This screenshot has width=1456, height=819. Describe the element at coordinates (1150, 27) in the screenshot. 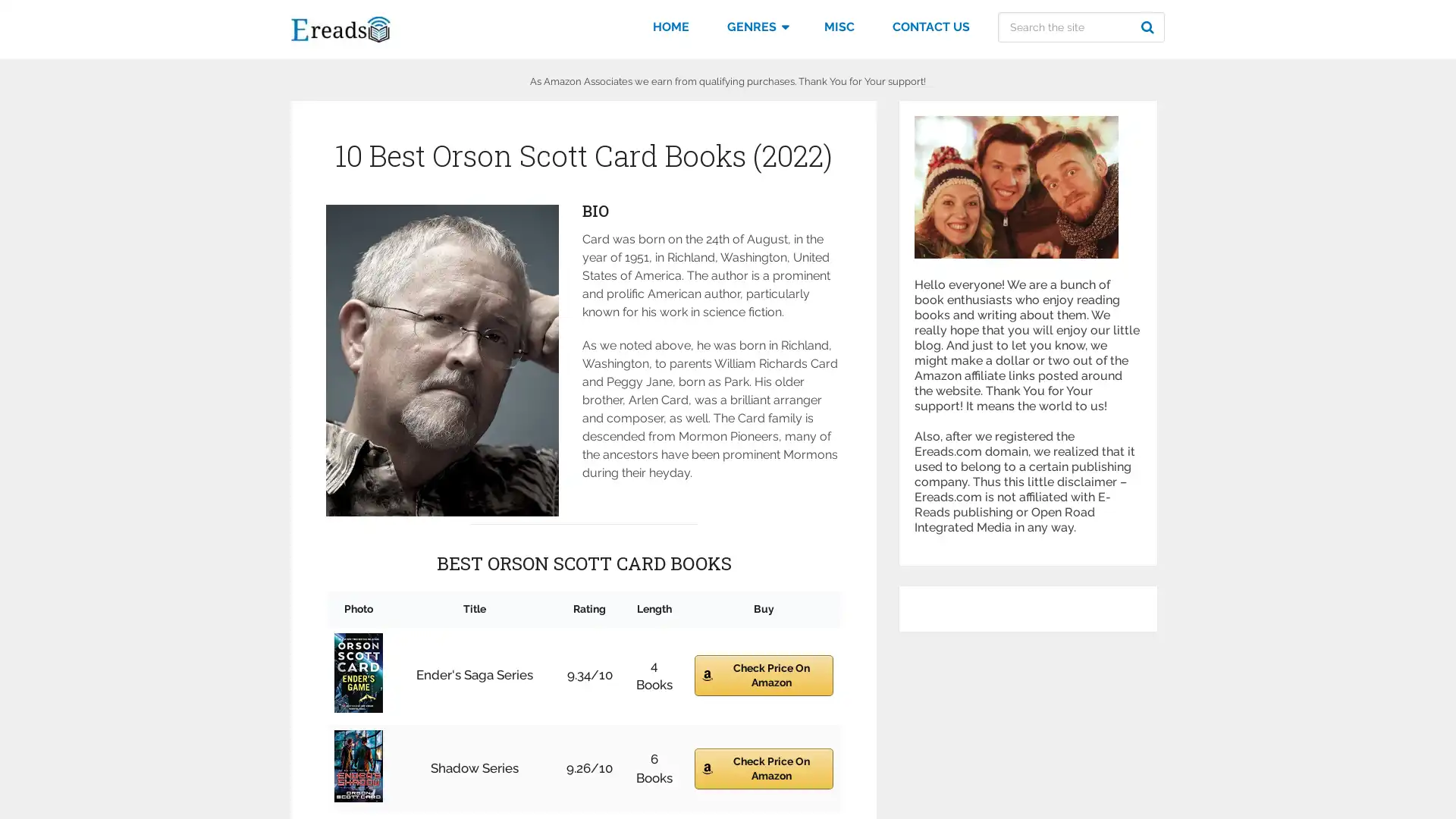

I see `Search` at that location.